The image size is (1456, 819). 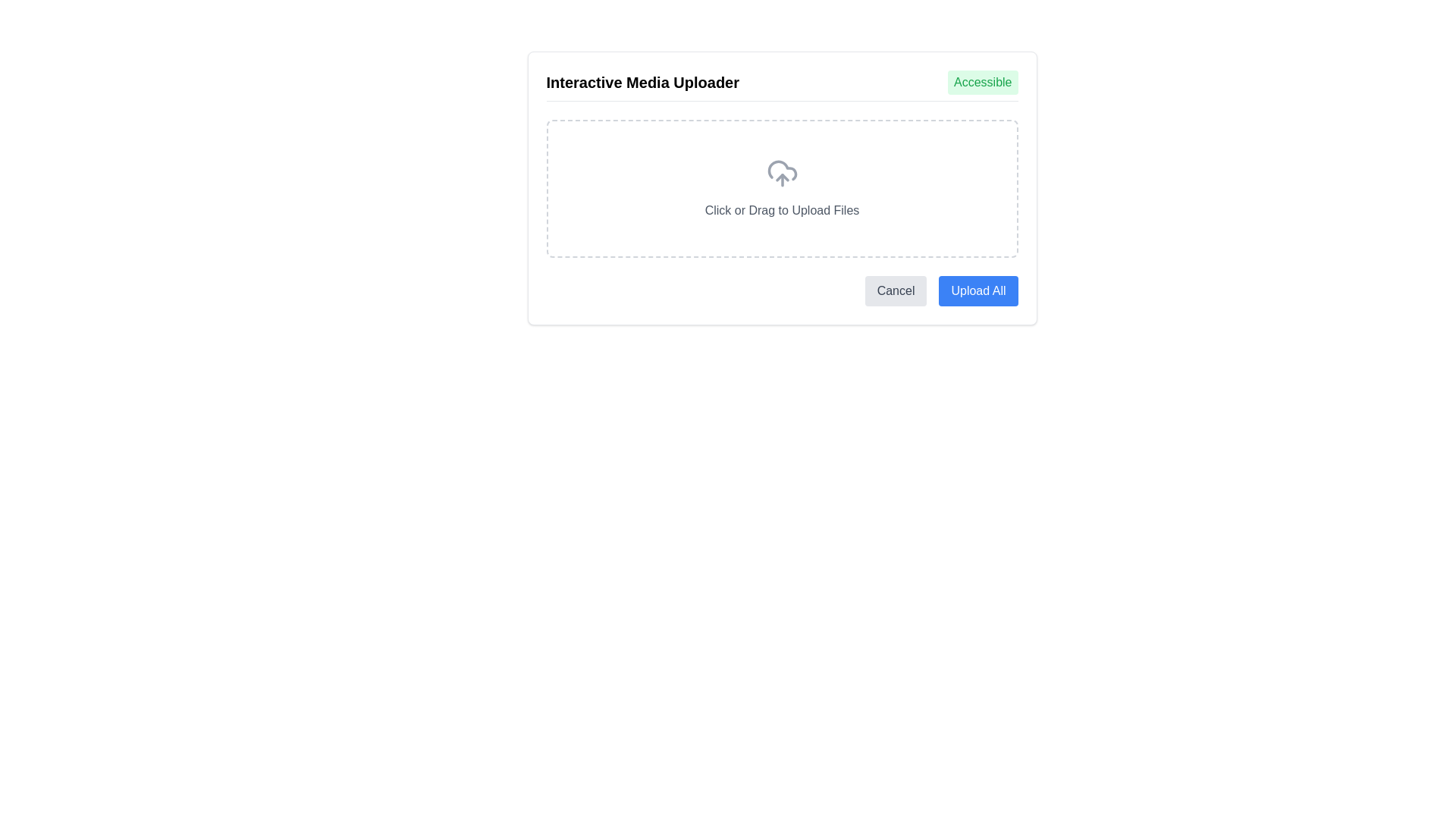 What do you see at coordinates (782, 210) in the screenshot?
I see `text component that instructs users to 'Click or Drag to Upload Files', styled in gray color and positioned below the cloud upload icon` at bounding box center [782, 210].